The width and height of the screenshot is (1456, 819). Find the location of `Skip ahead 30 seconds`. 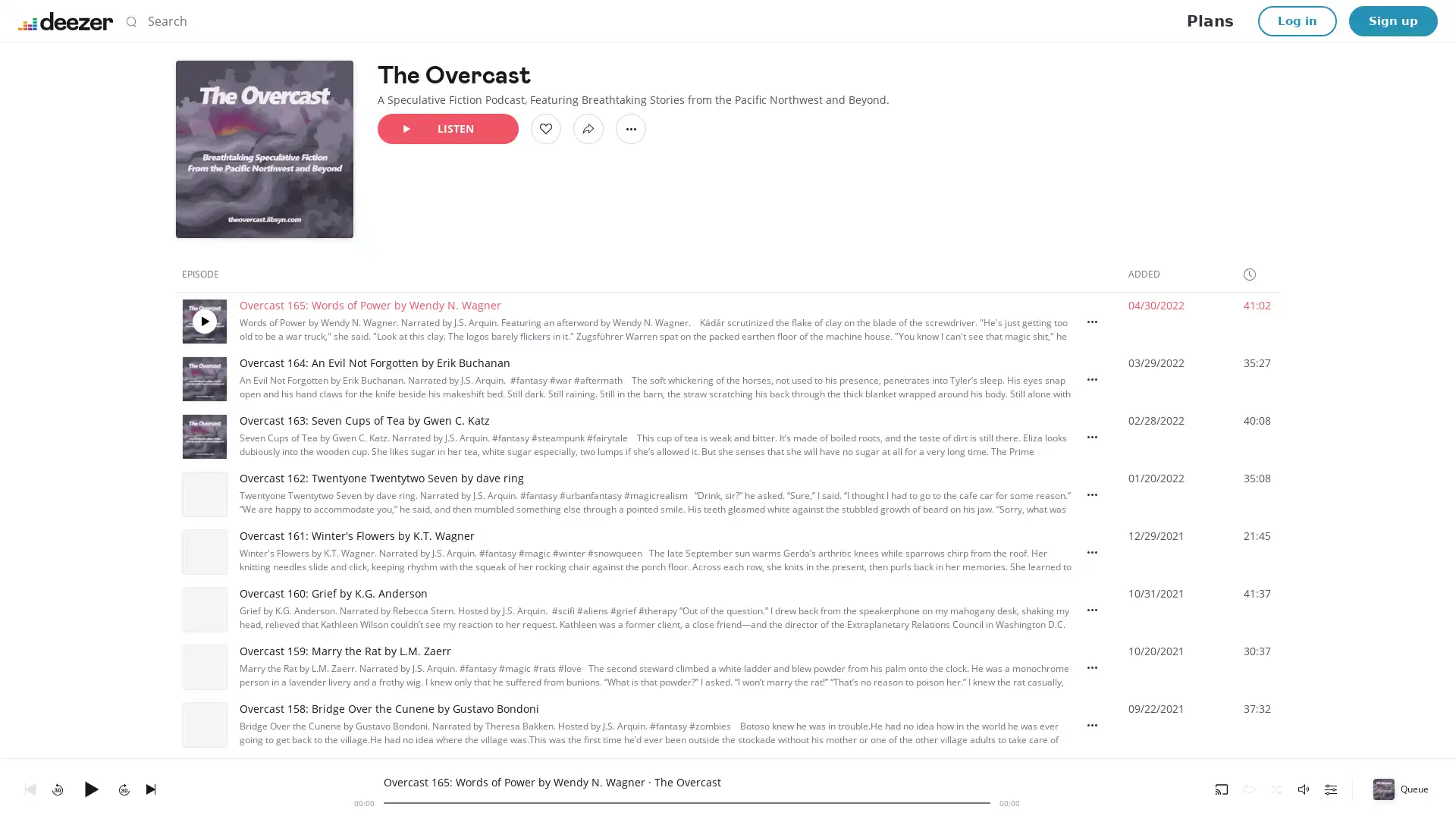

Skip ahead 30 seconds is located at coordinates (124, 788).